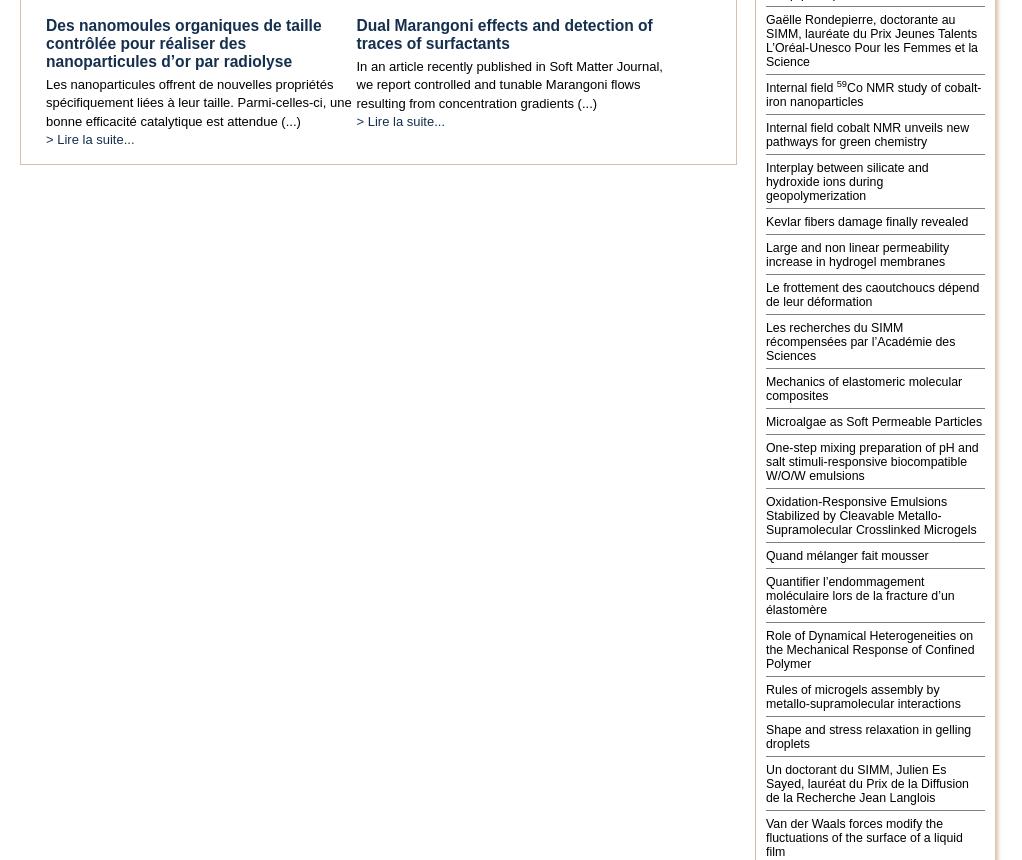 This screenshot has height=860, width=1022. What do you see at coordinates (504, 34) in the screenshot?
I see `'Dual Marangoni effects and detection of traces of surfactants'` at bounding box center [504, 34].